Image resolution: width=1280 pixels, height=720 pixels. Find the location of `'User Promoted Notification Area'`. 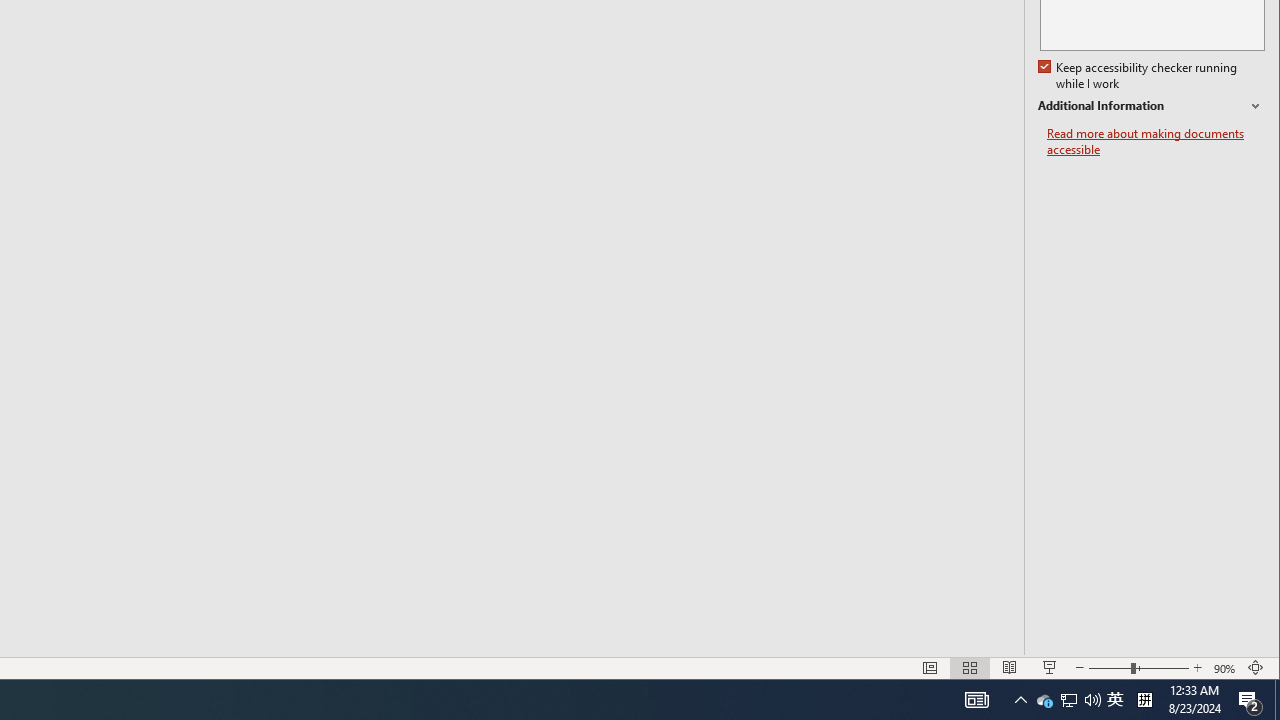

'User Promoted Notification Area' is located at coordinates (1044, 698).